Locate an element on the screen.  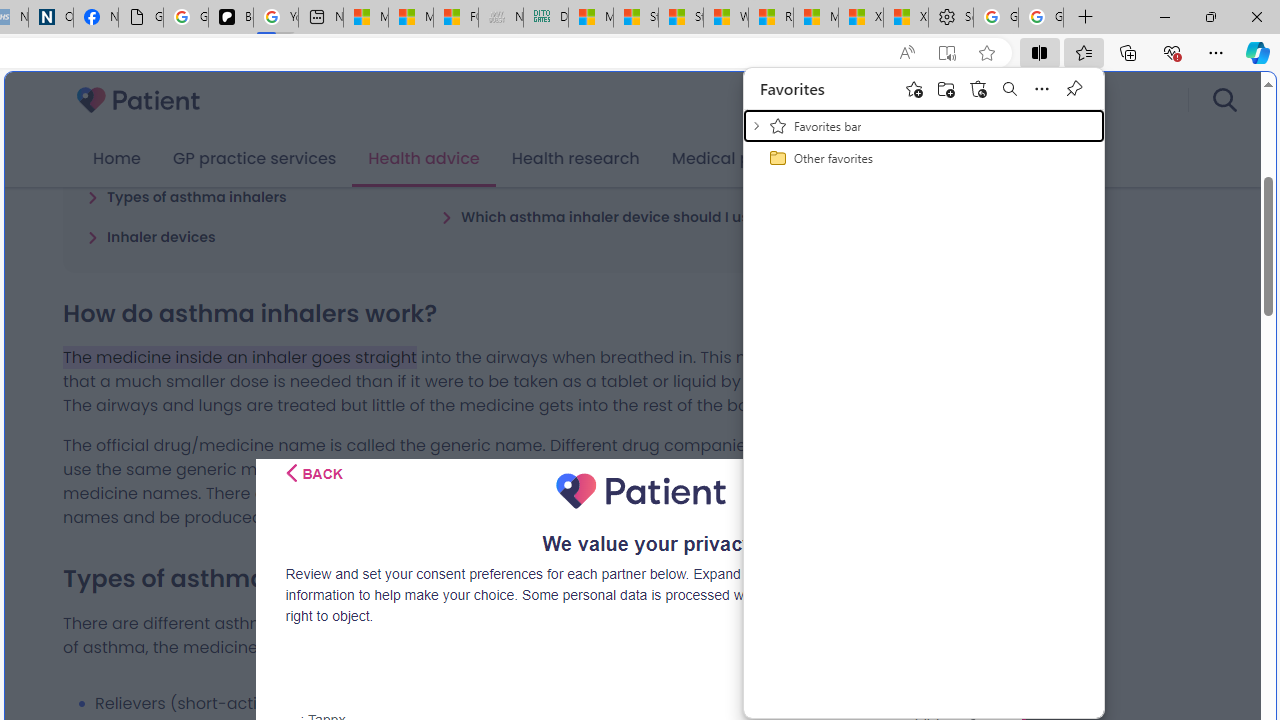
'Health advice' is located at coordinates (423, 158).